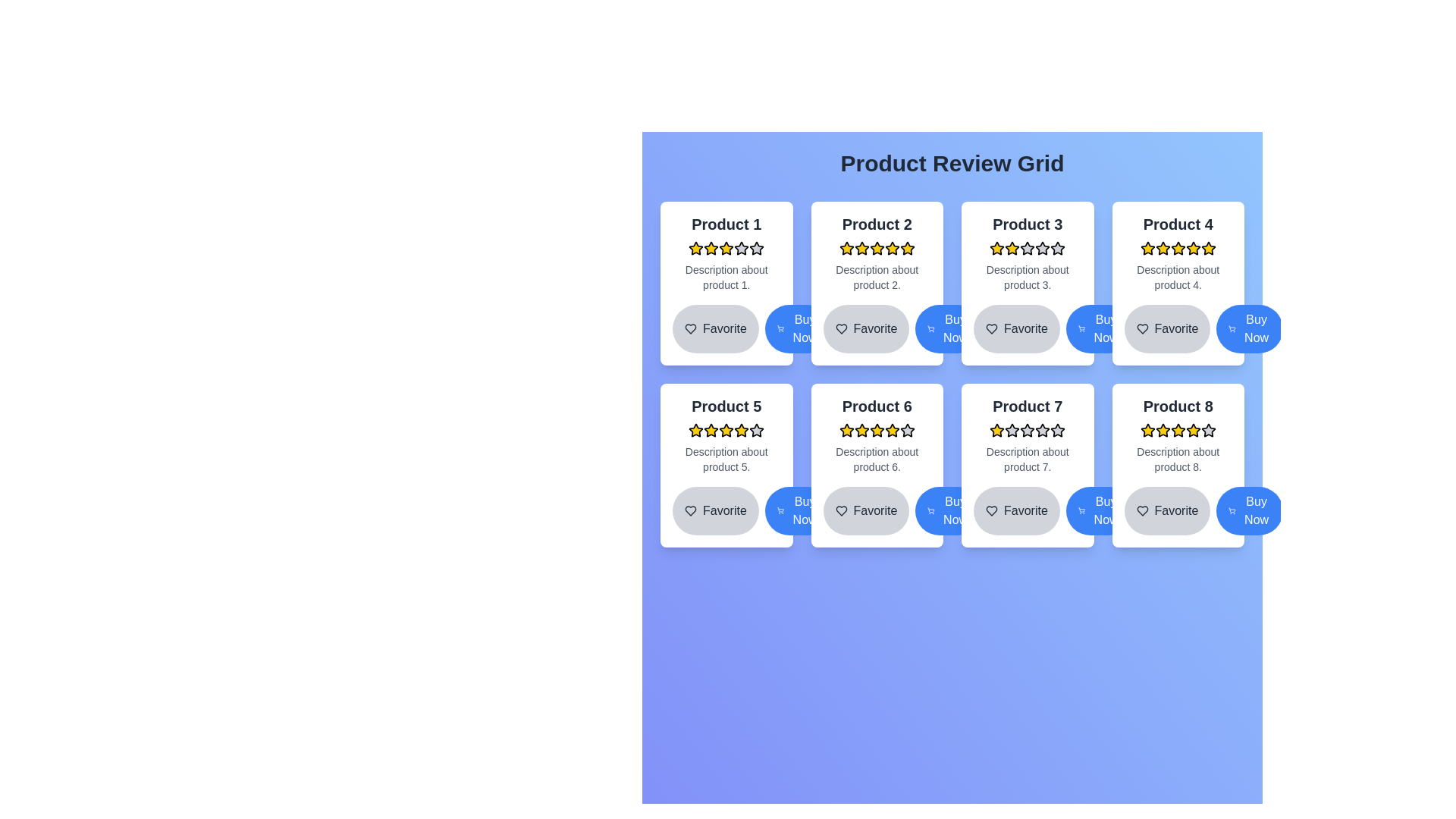 This screenshot has width=1456, height=819. I want to click on the Rating Icon (Star) that visually represents the user's rating for Product 6 in the second row, third column of the review grid, so click(907, 430).